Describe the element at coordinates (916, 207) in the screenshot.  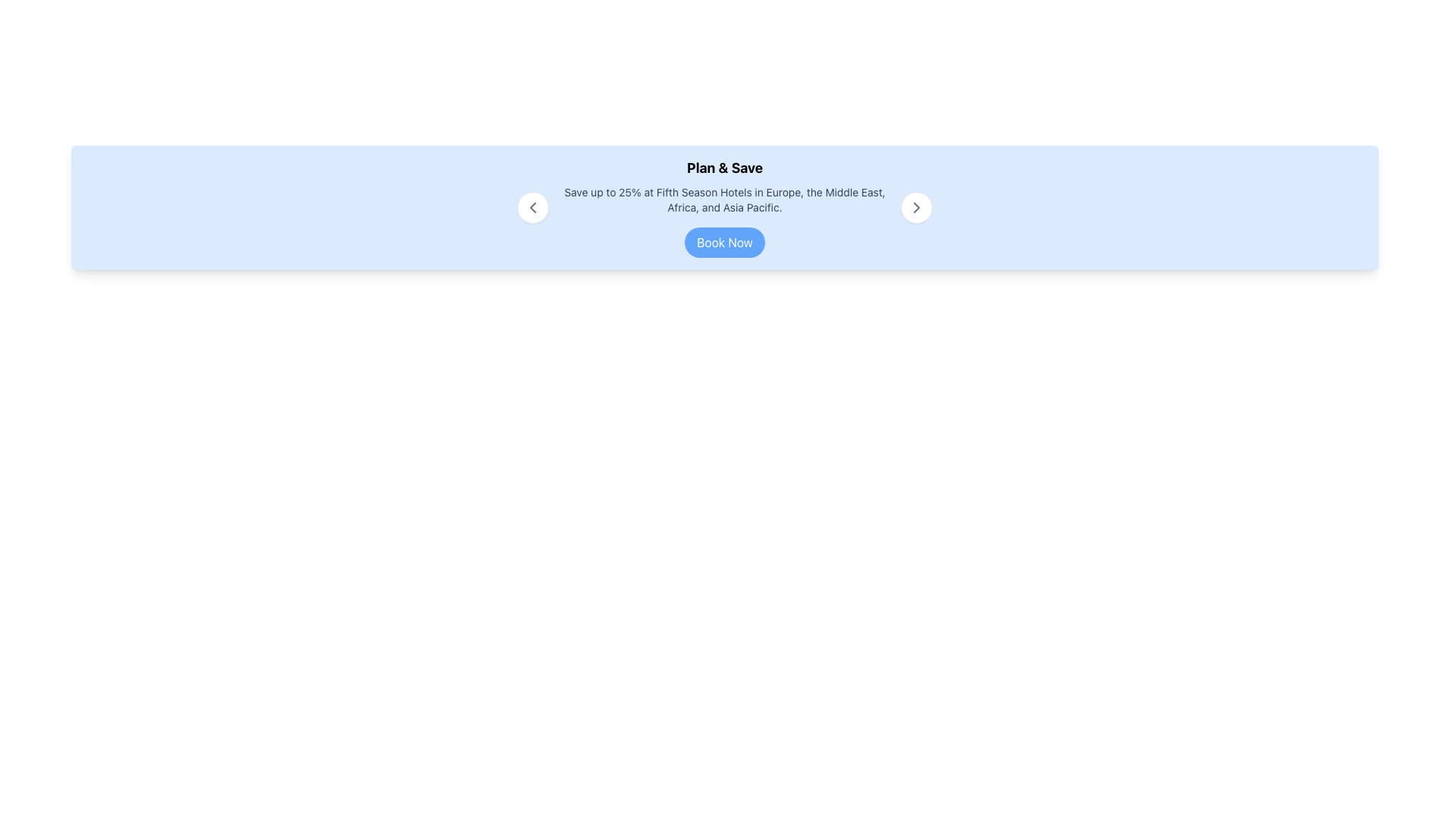
I see `the right-pointing chevron icon in the blue banner, which indicates forward navigation and is styled with a thin outlined design within a white circular background` at that location.